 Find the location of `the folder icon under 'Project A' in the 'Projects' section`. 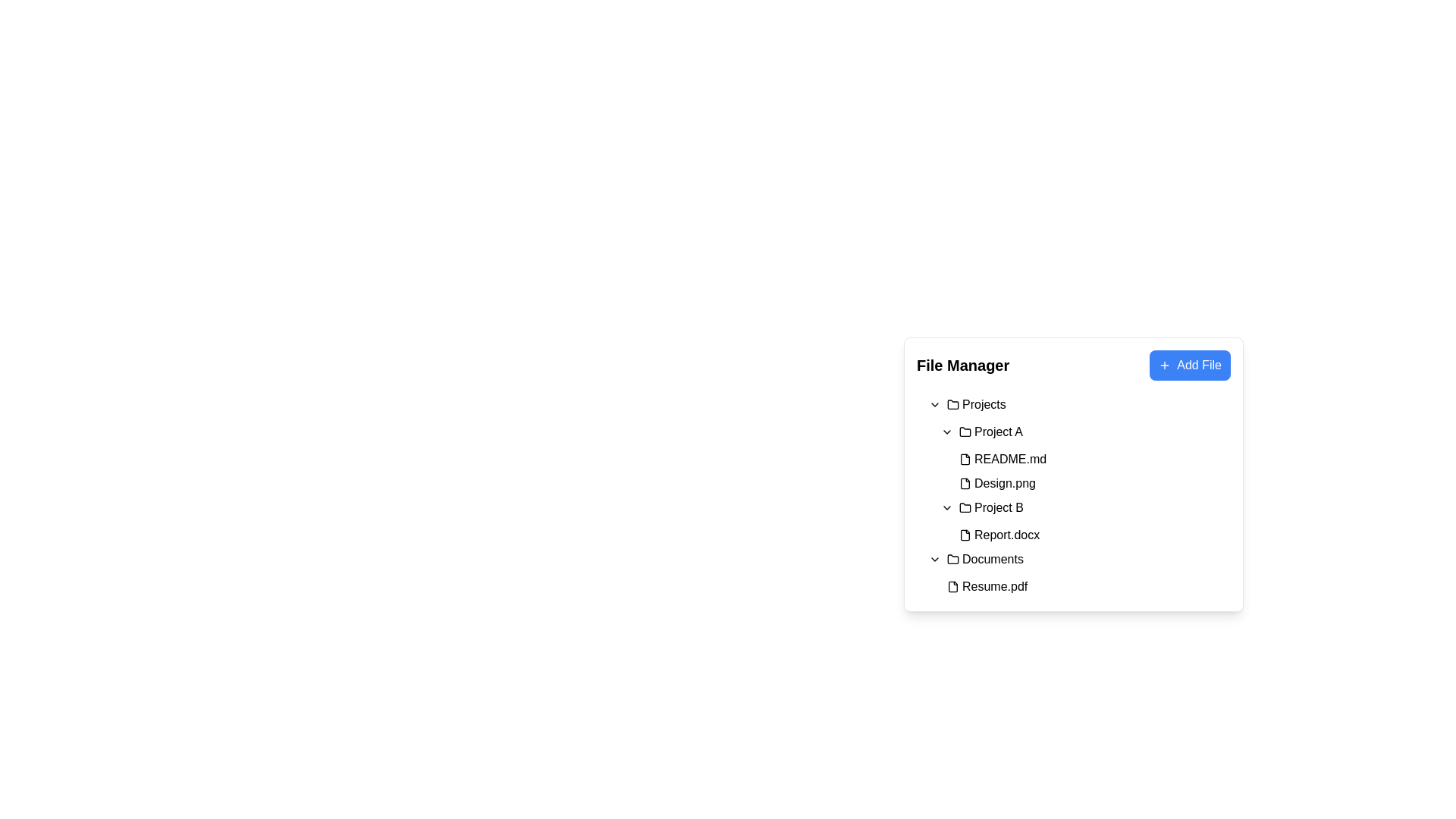

the folder icon under 'Project A' in the 'Projects' section is located at coordinates (964, 432).